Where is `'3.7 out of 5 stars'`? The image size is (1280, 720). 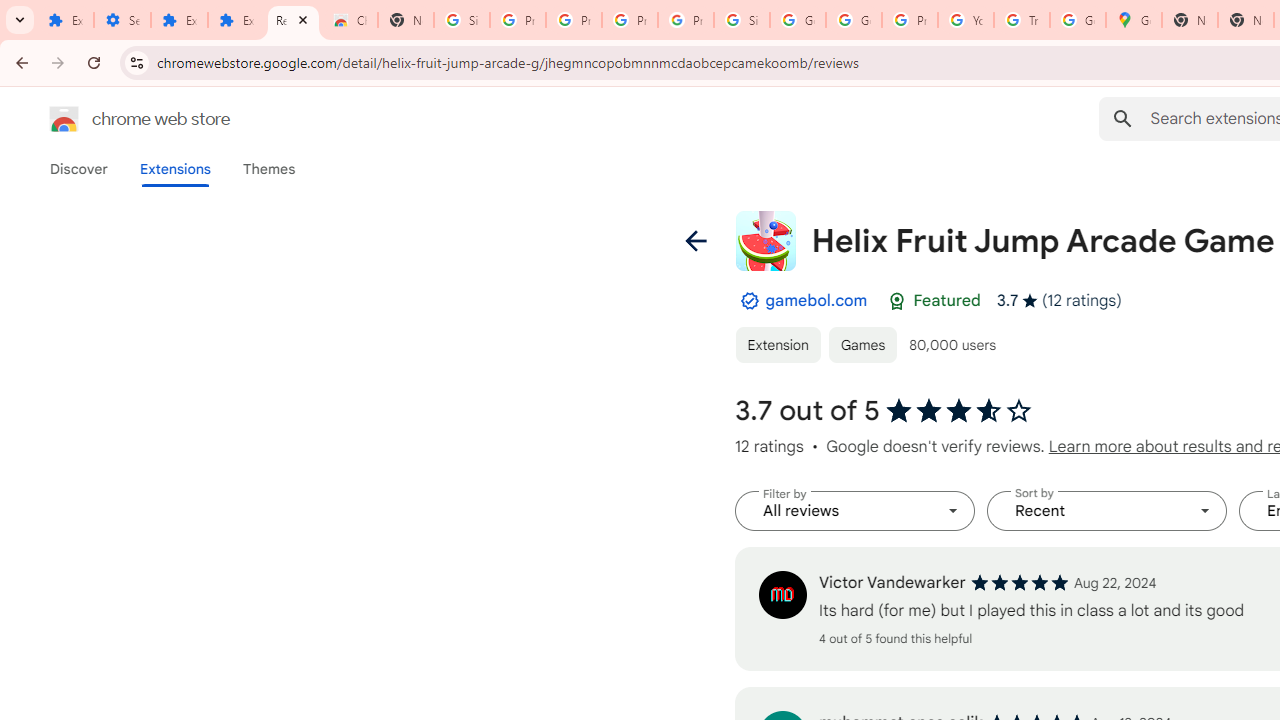
'3.7 out of 5 stars' is located at coordinates (960, 410).